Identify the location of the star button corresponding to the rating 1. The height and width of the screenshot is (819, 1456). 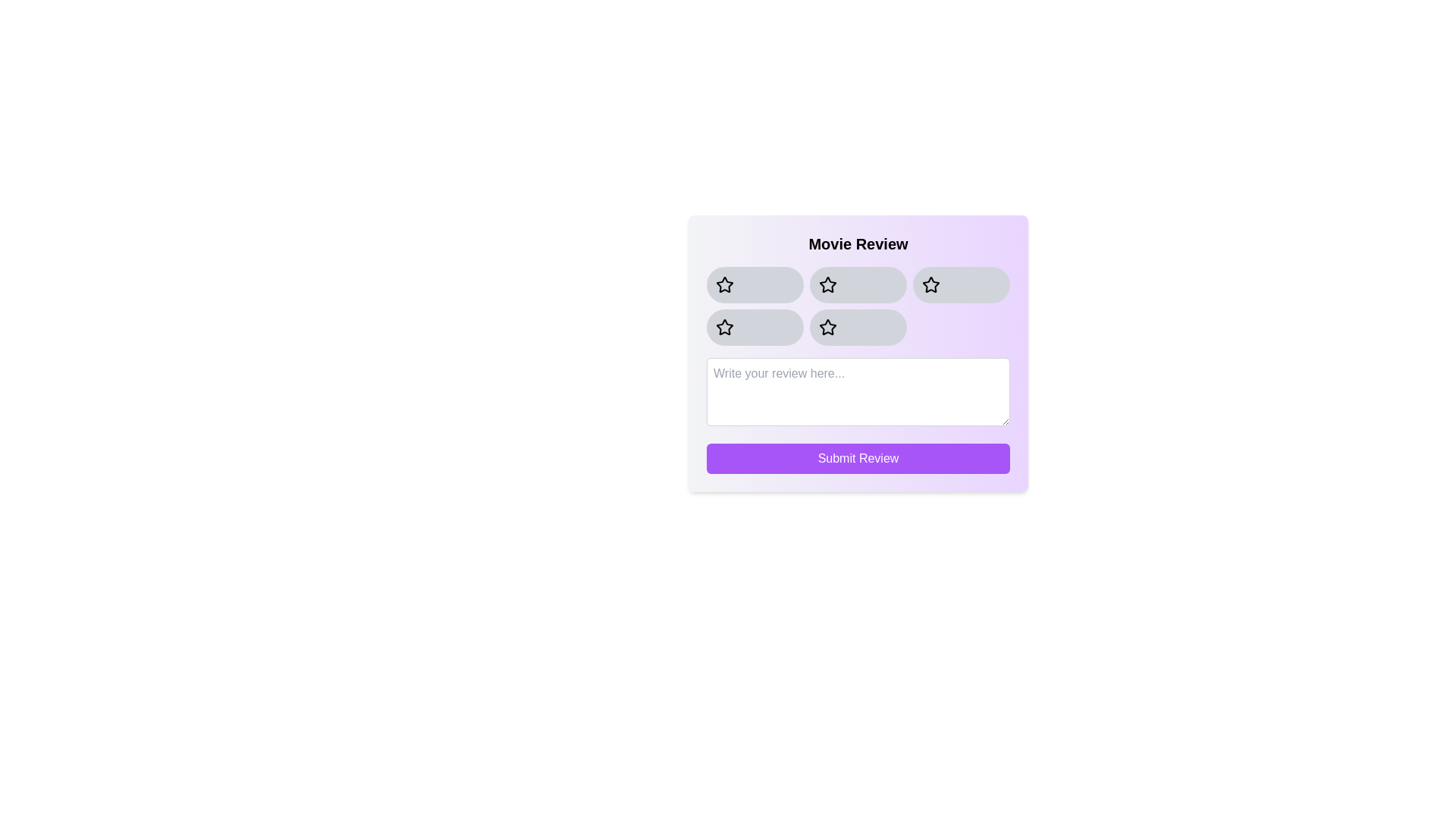
(755, 284).